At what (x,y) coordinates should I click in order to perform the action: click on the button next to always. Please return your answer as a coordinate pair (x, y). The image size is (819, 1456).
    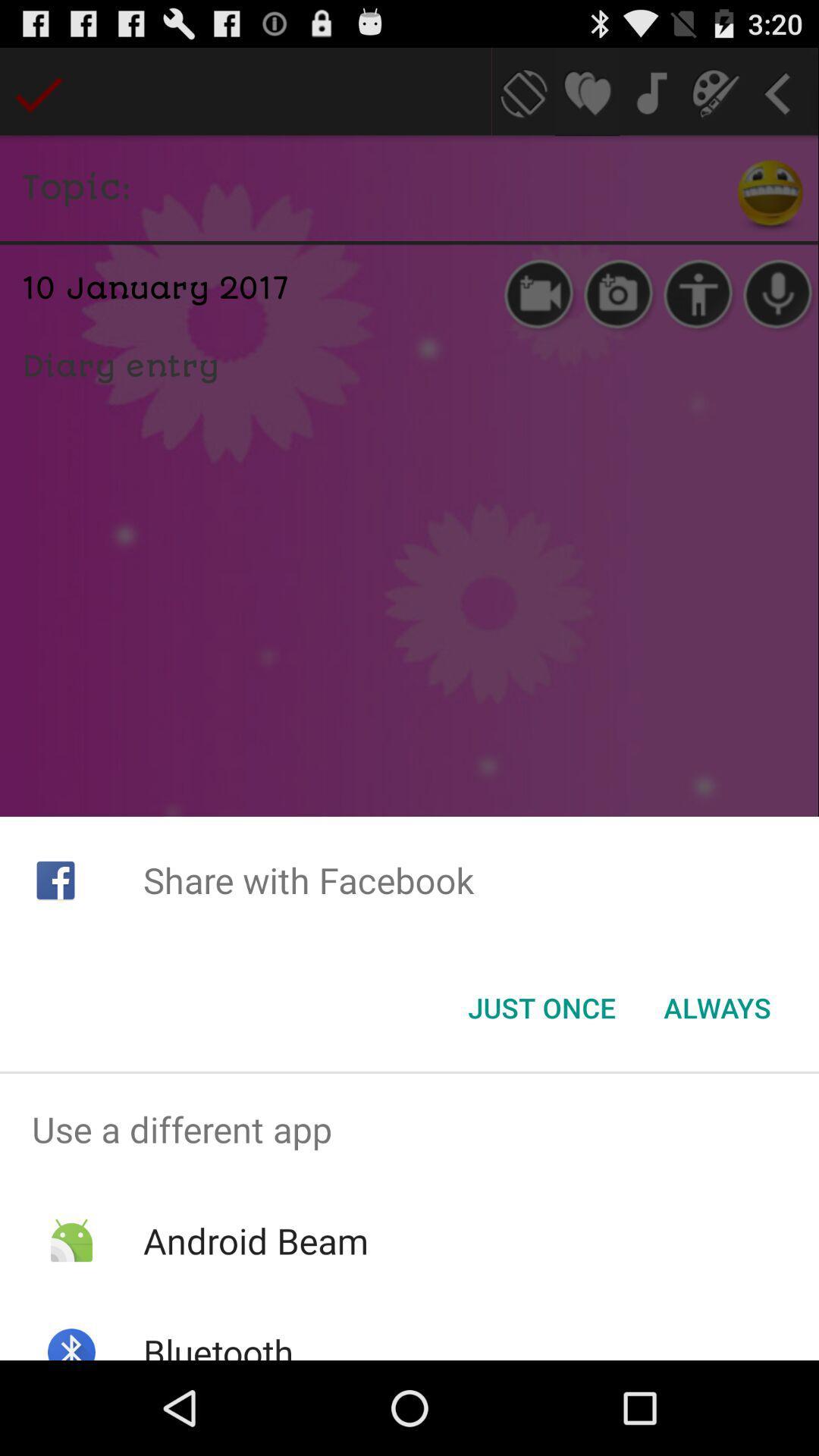
    Looking at the image, I should click on (541, 1008).